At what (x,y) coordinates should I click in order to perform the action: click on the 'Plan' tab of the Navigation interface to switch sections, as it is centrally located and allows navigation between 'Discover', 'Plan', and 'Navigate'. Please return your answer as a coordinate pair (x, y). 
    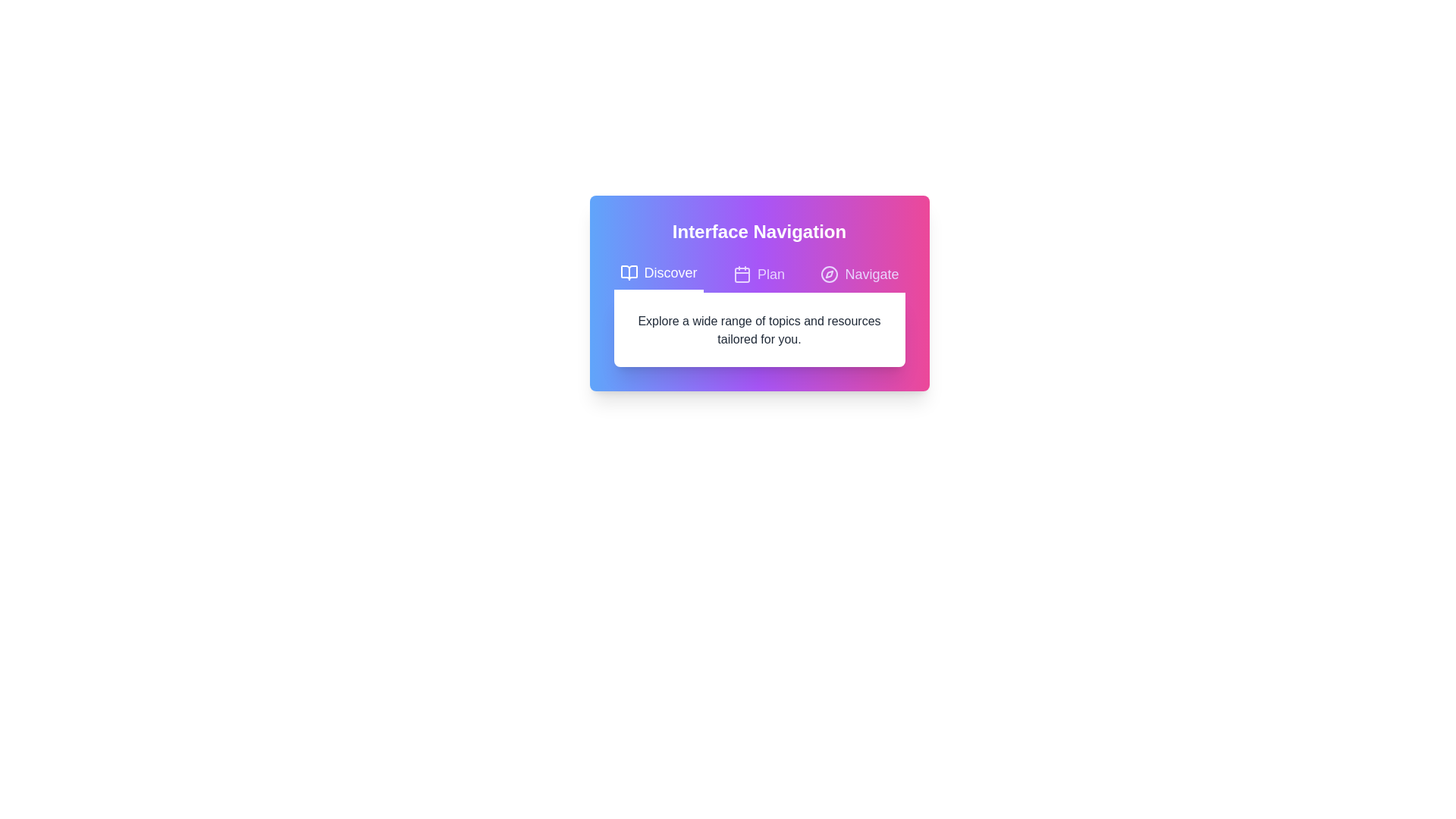
    Looking at the image, I should click on (759, 293).